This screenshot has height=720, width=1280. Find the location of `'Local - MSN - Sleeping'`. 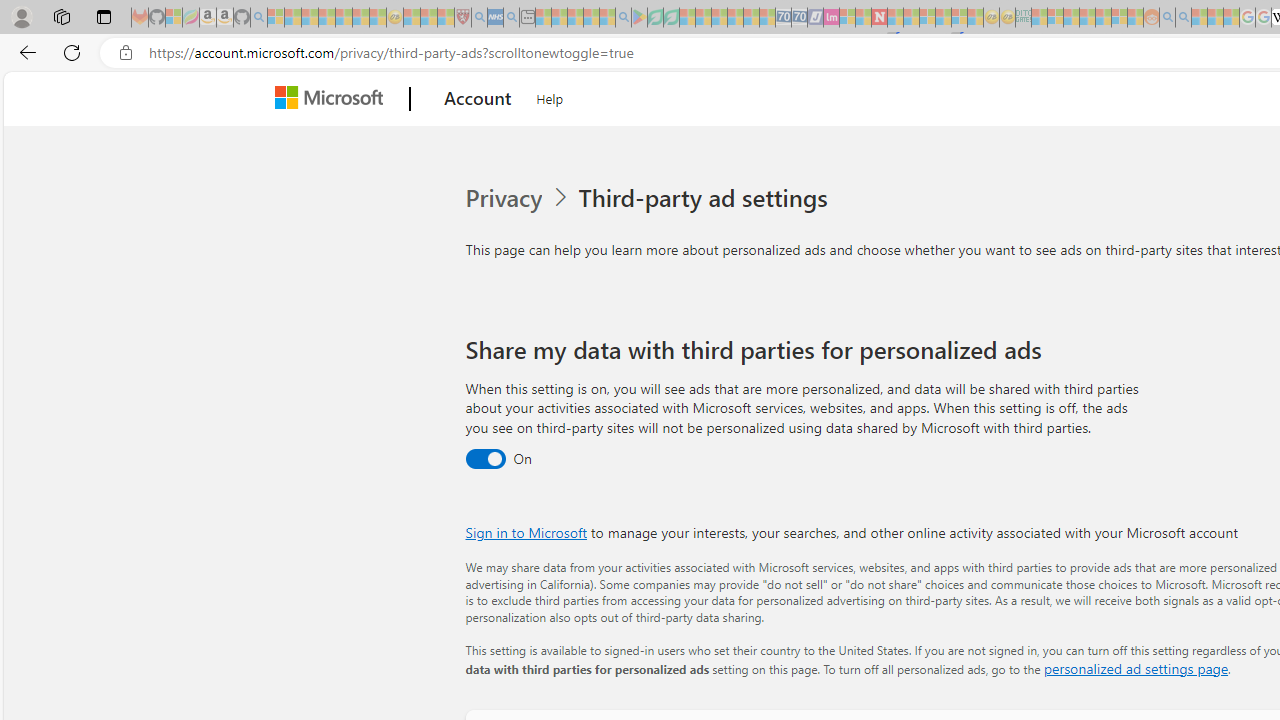

'Local - MSN - Sleeping' is located at coordinates (445, 17).